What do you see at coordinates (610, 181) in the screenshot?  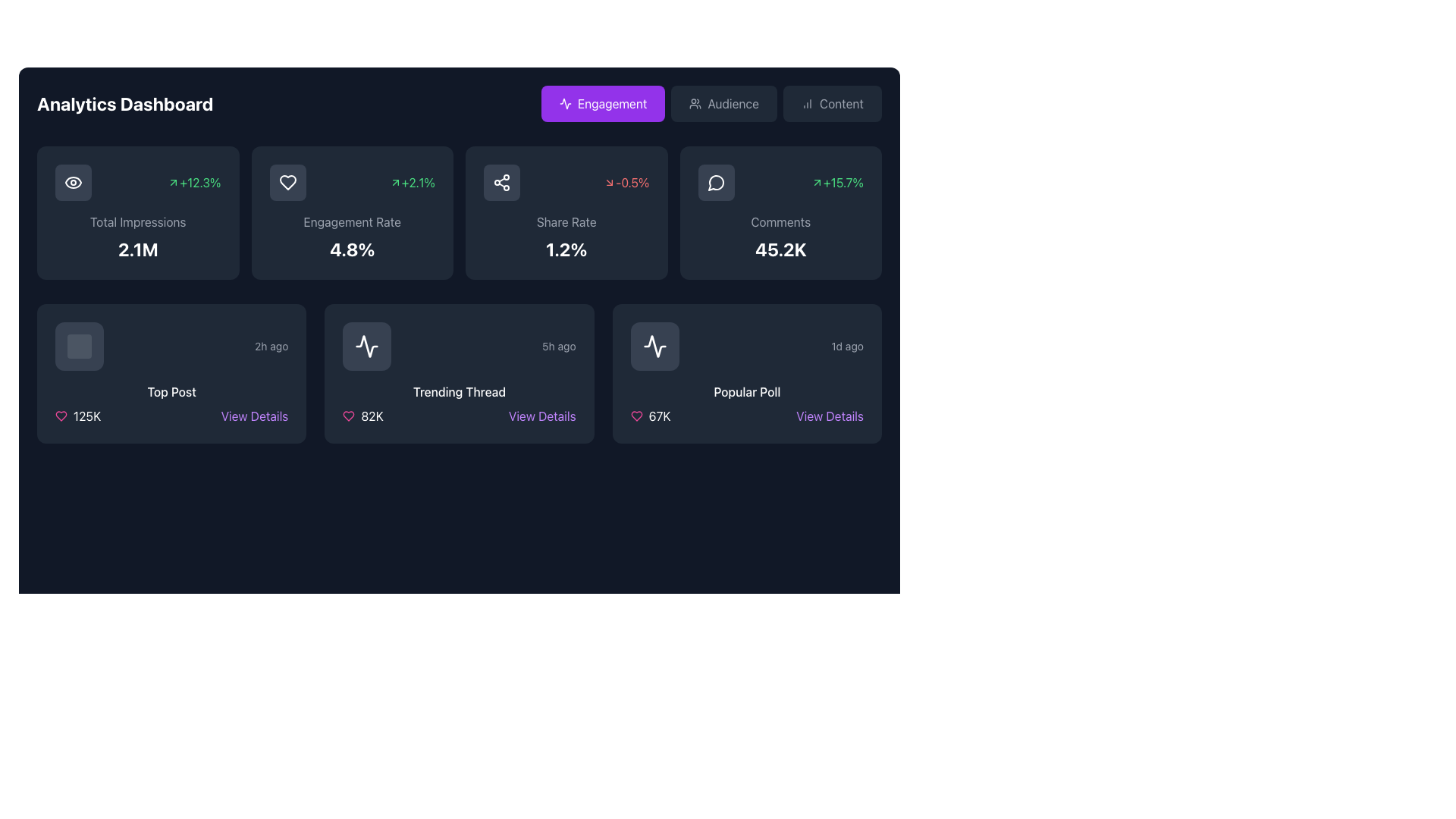 I see `the downward right arrow icon located in the 'Share Rate' panel, which is positioned to the left of the '-0.5%' numeric change indicator` at bounding box center [610, 181].